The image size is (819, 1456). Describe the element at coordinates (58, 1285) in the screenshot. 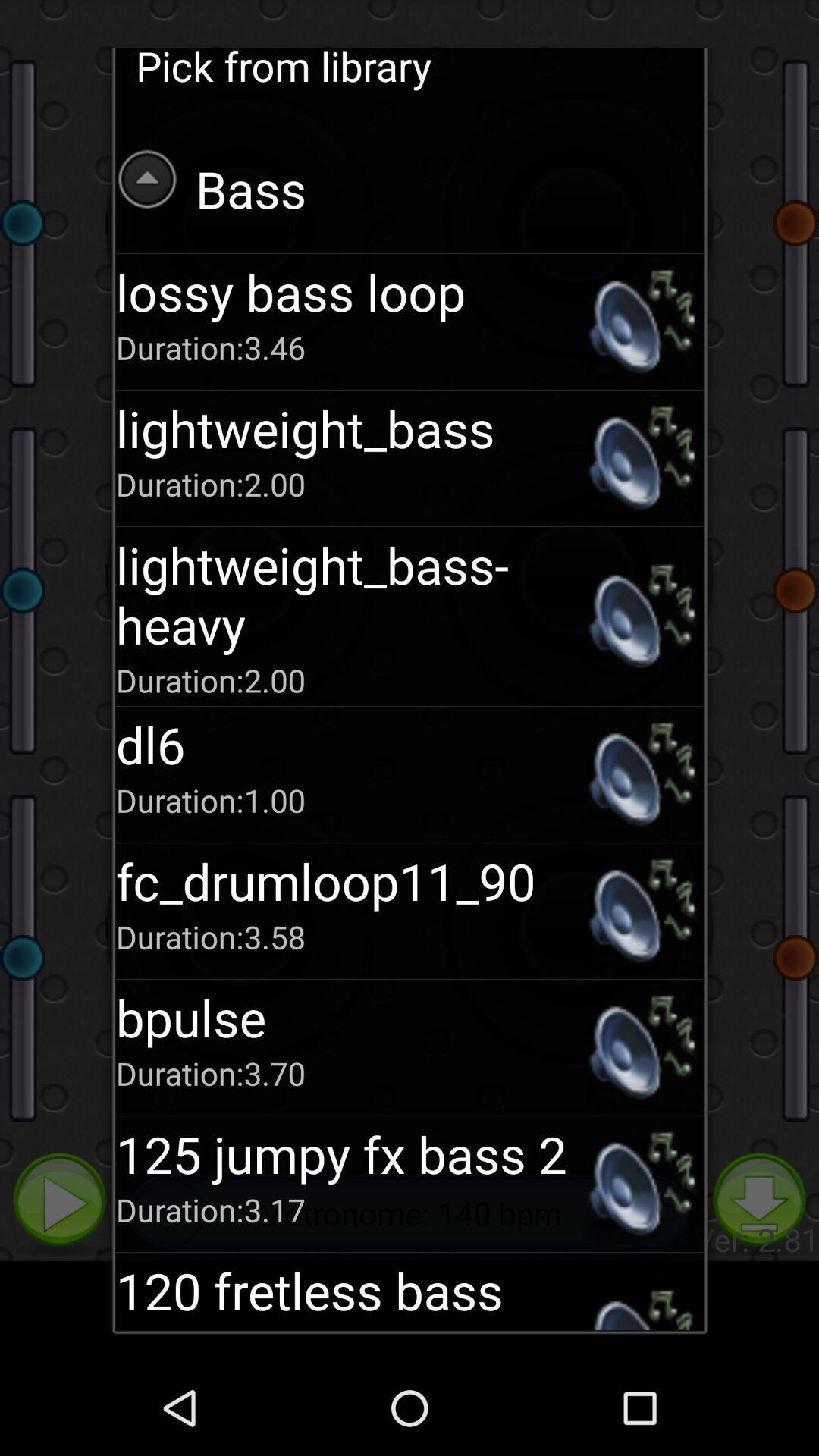

I see `the play icon` at that location.